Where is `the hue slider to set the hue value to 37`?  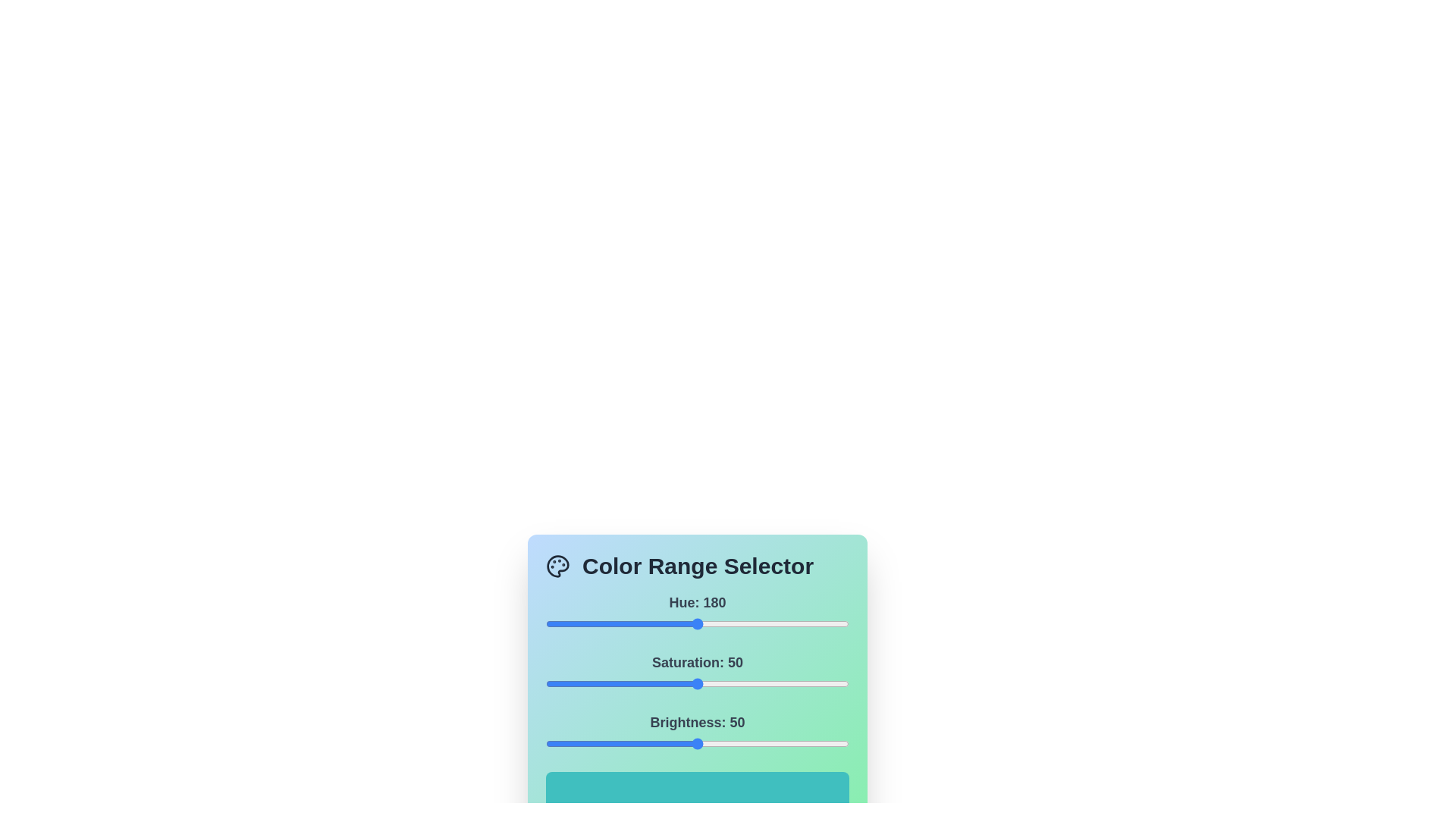
the hue slider to set the hue value to 37 is located at coordinates (576, 623).